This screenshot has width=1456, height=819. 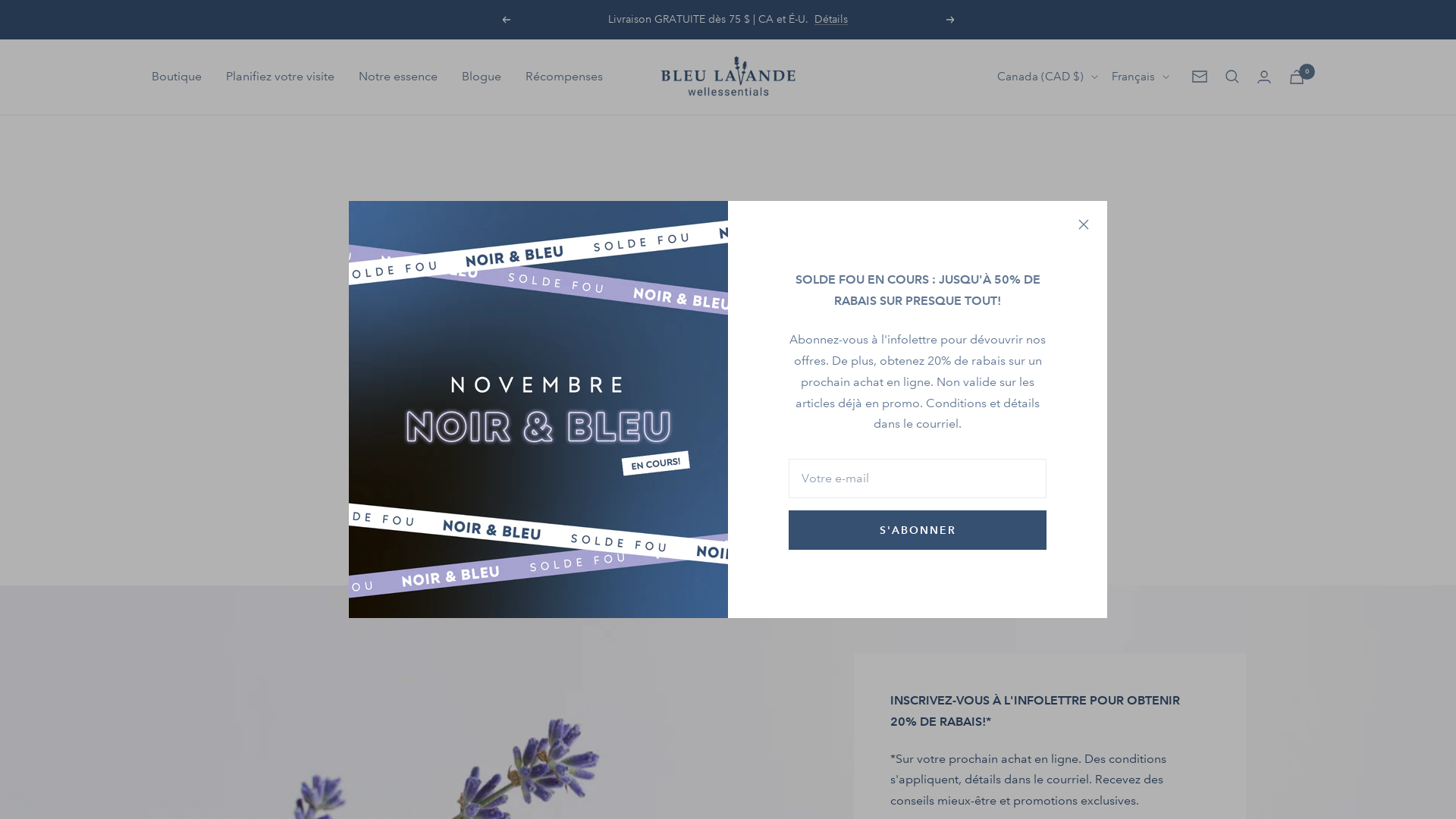 I want to click on 'Suivant', so click(x=949, y=20).